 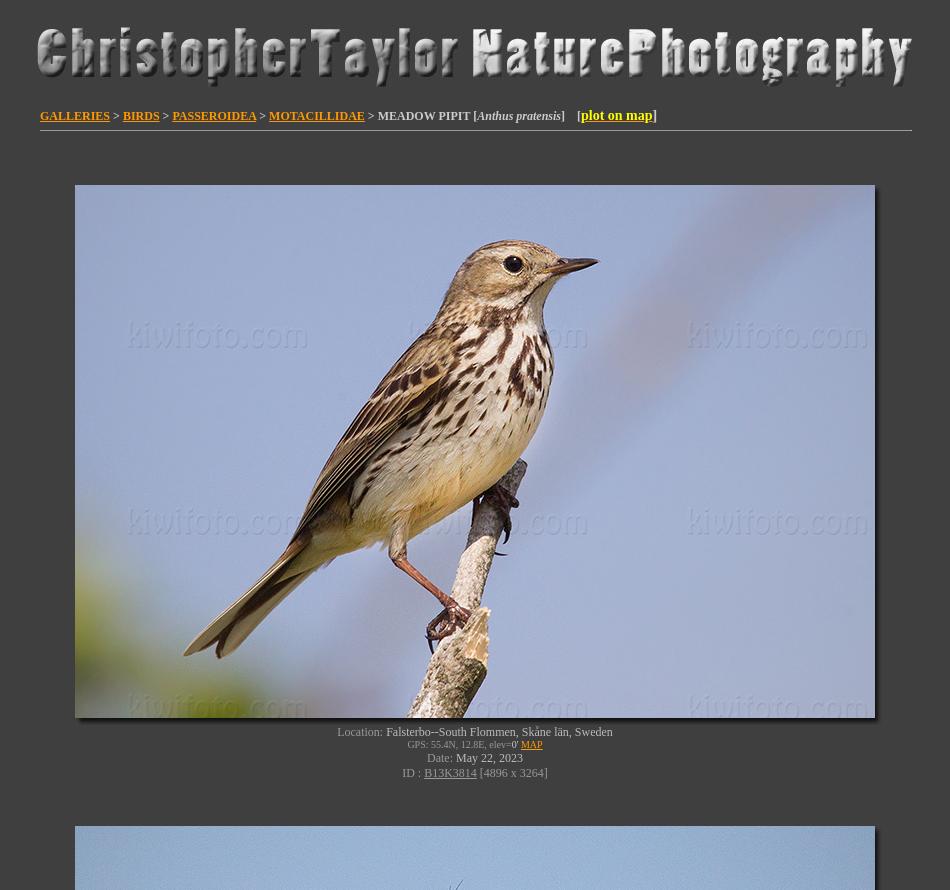 I want to click on ']    [', so click(x=560, y=114).